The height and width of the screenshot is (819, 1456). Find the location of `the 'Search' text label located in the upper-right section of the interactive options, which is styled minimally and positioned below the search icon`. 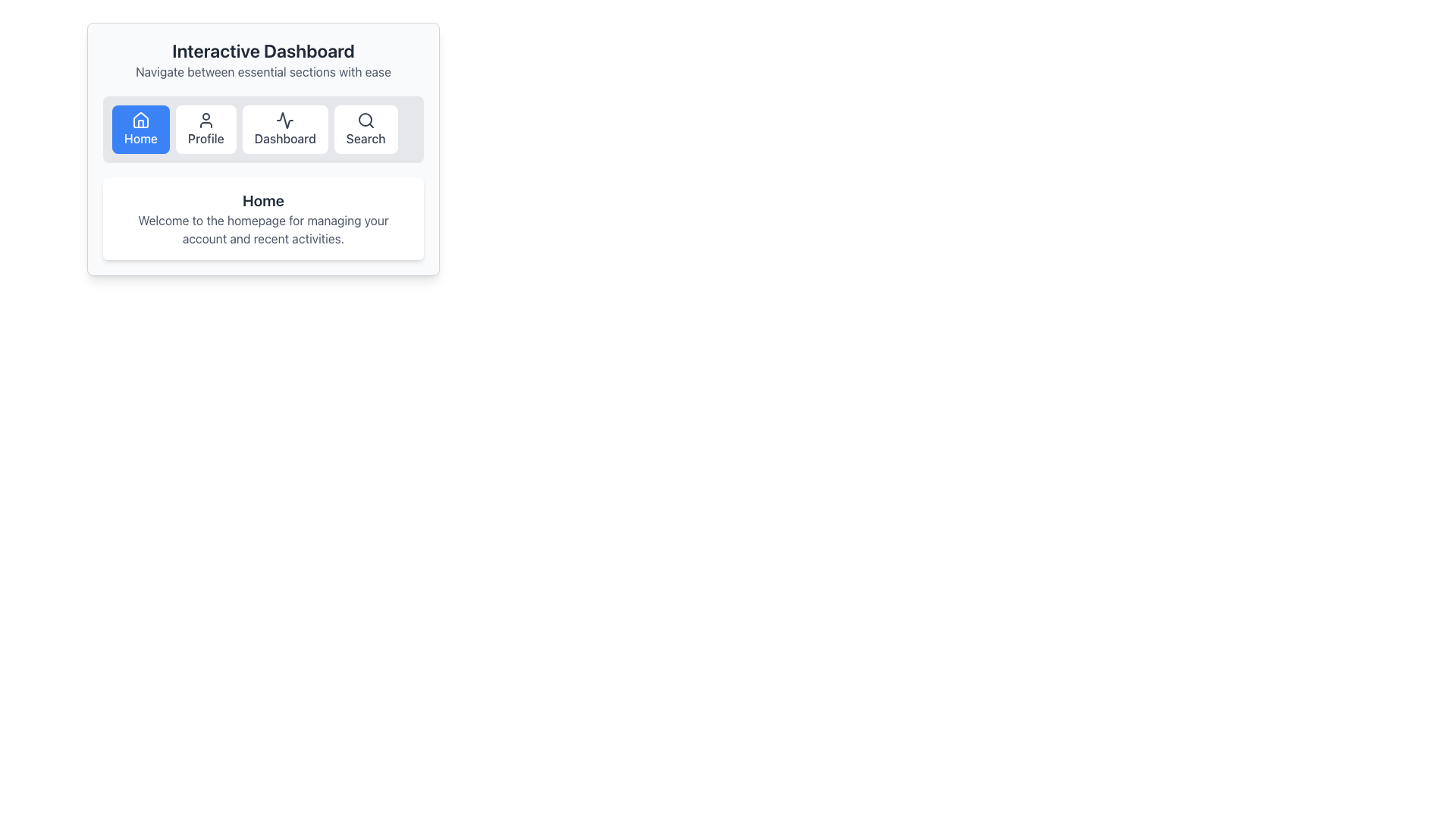

the 'Search' text label located in the upper-right section of the interactive options, which is styled minimally and positioned below the search icon is located at coordinates (366, 138).